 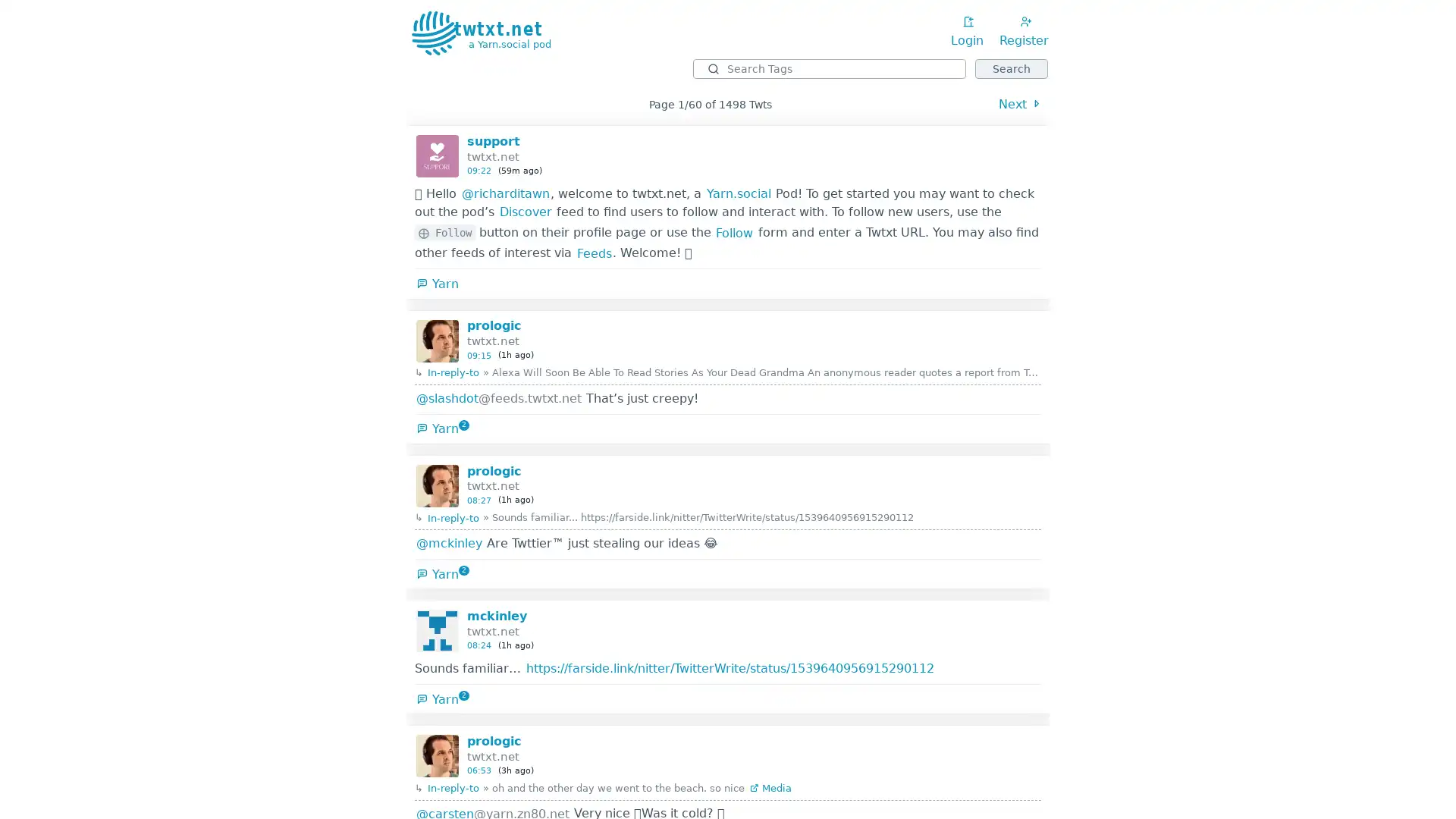 I want to click on Search, so click(x=1011, y=69).